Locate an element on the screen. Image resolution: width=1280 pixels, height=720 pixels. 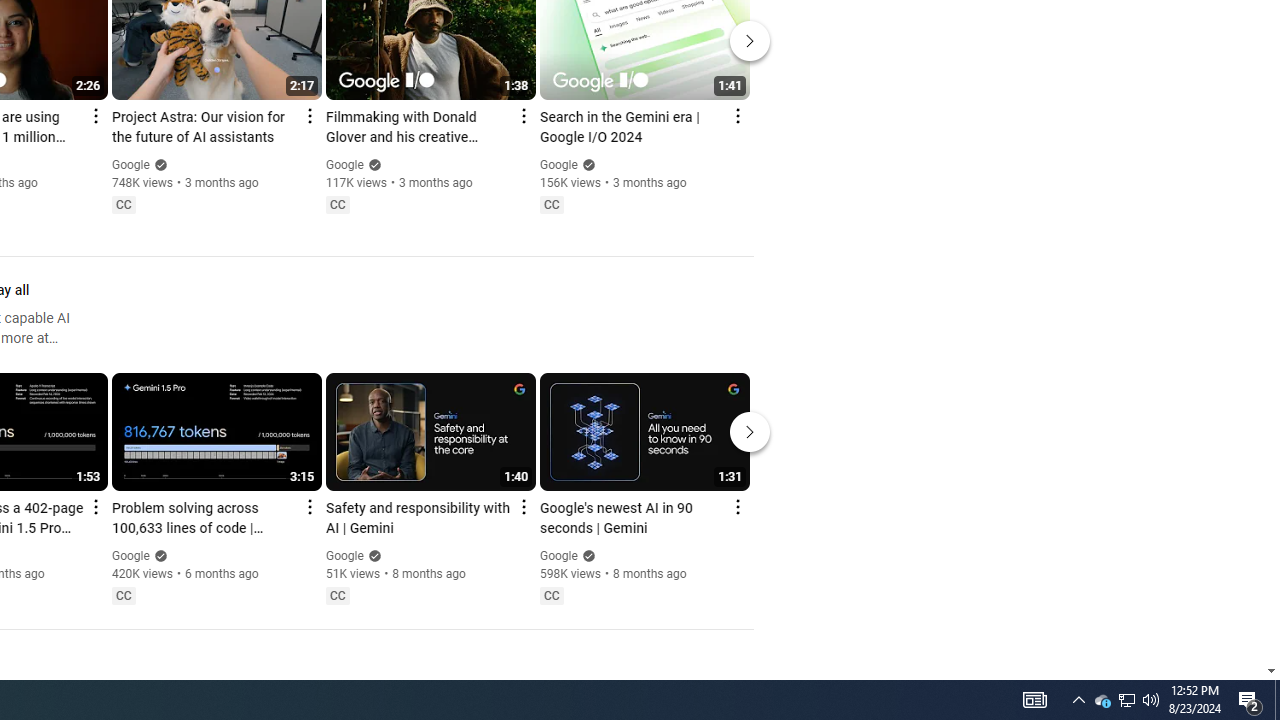
'Closed captions' is located at coordinates (551, 594).